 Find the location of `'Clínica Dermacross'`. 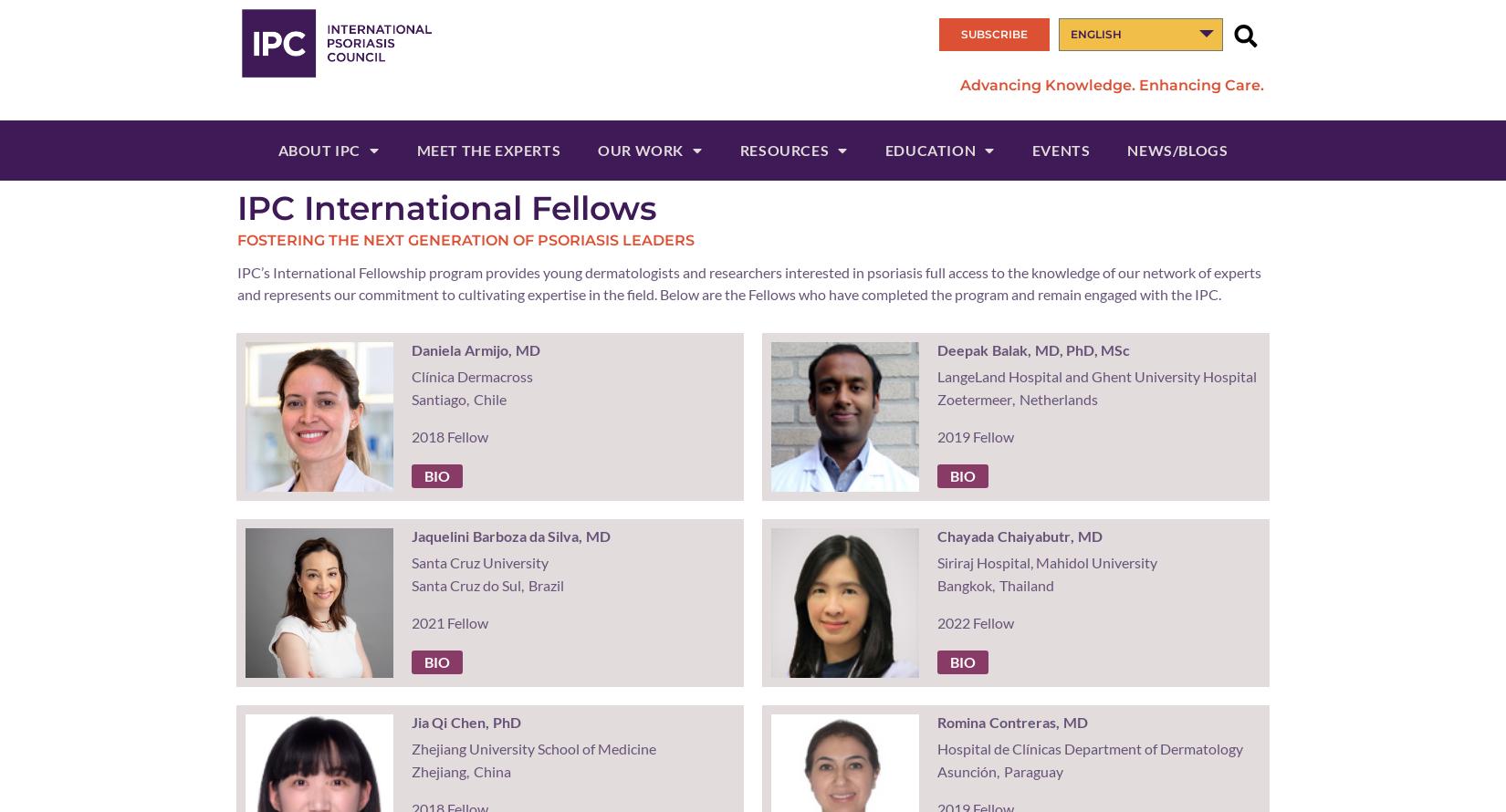

'Clínica Dermacross' is located at coordinates (409, 375).